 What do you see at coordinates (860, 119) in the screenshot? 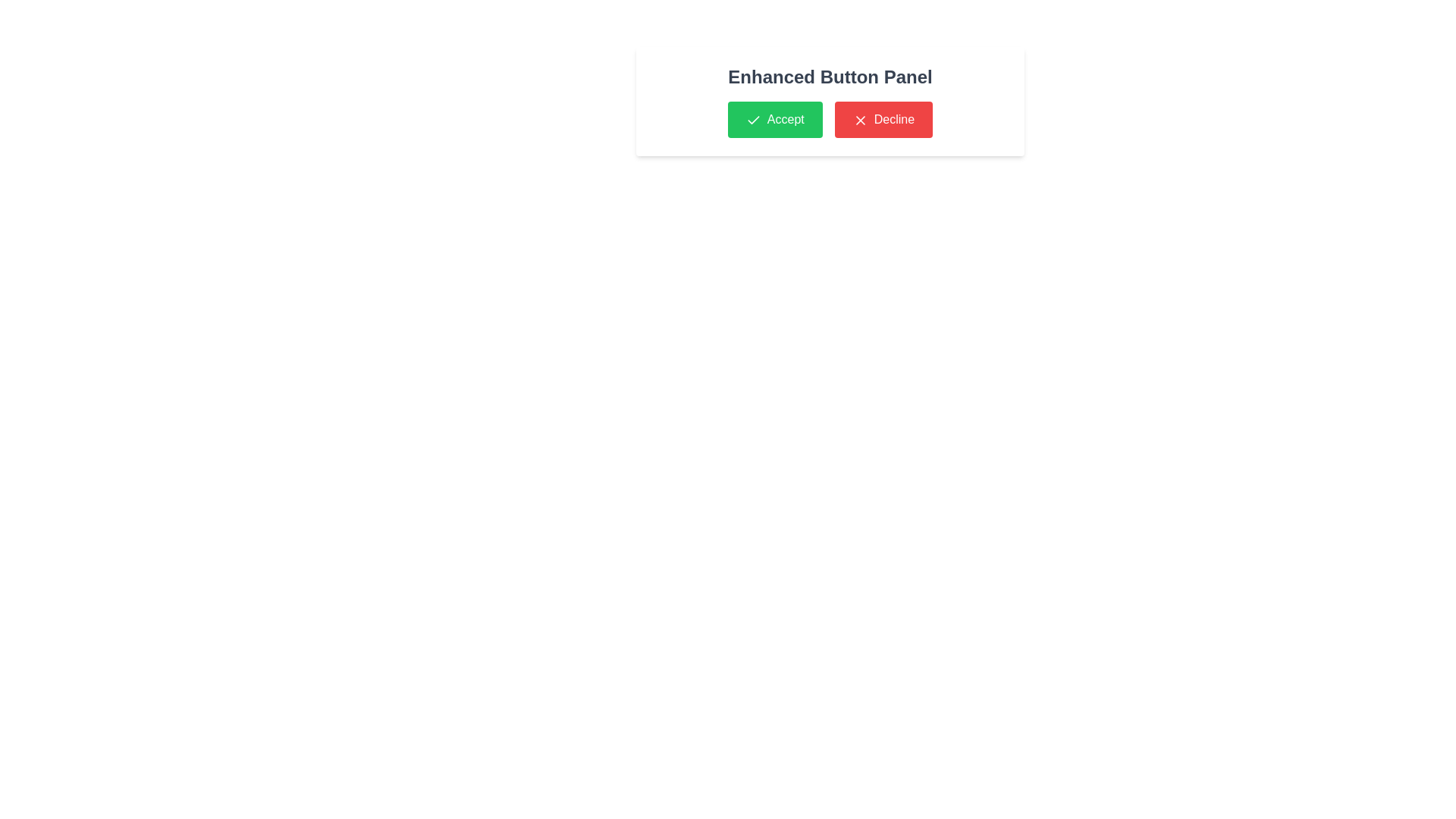
I see `the 'decline' icon located at the beginning of the 'Decline' button in the panel beneath 'Enhanced Button Panel'` at bounding box center [860, 119].